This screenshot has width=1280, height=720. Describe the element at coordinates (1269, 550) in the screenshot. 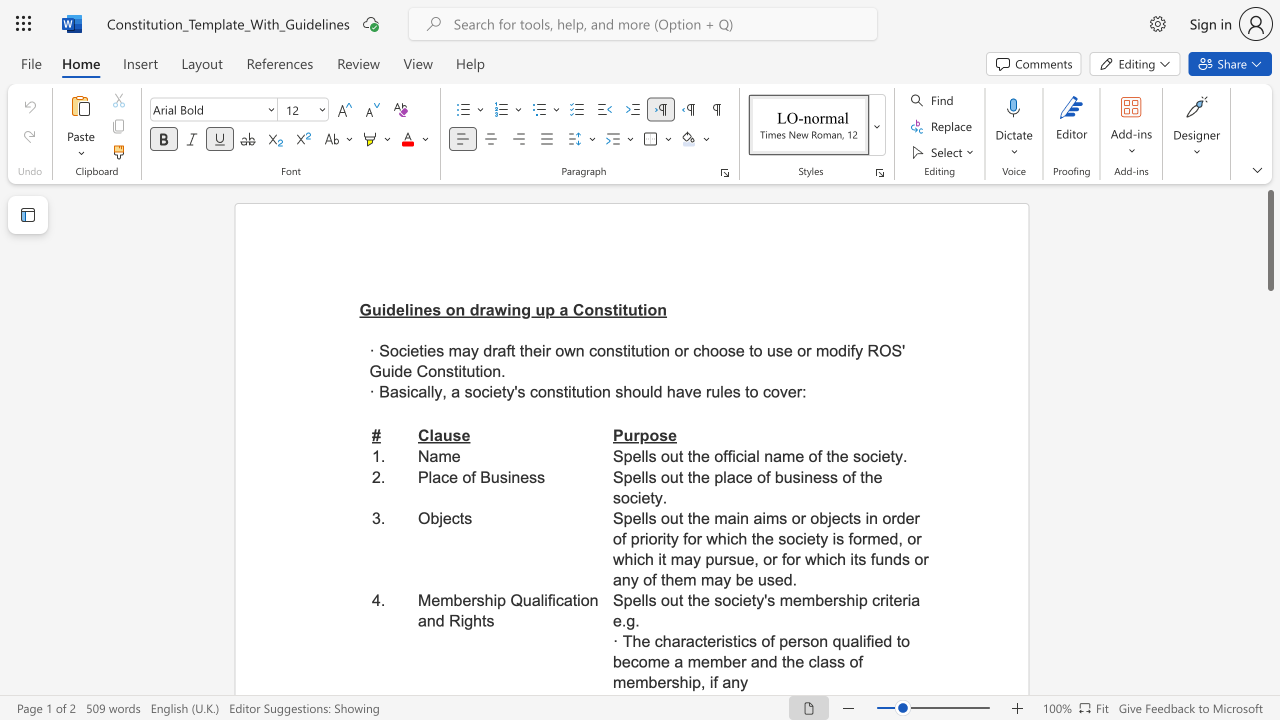

I see `the scrollbar to scroll downward` at that location.